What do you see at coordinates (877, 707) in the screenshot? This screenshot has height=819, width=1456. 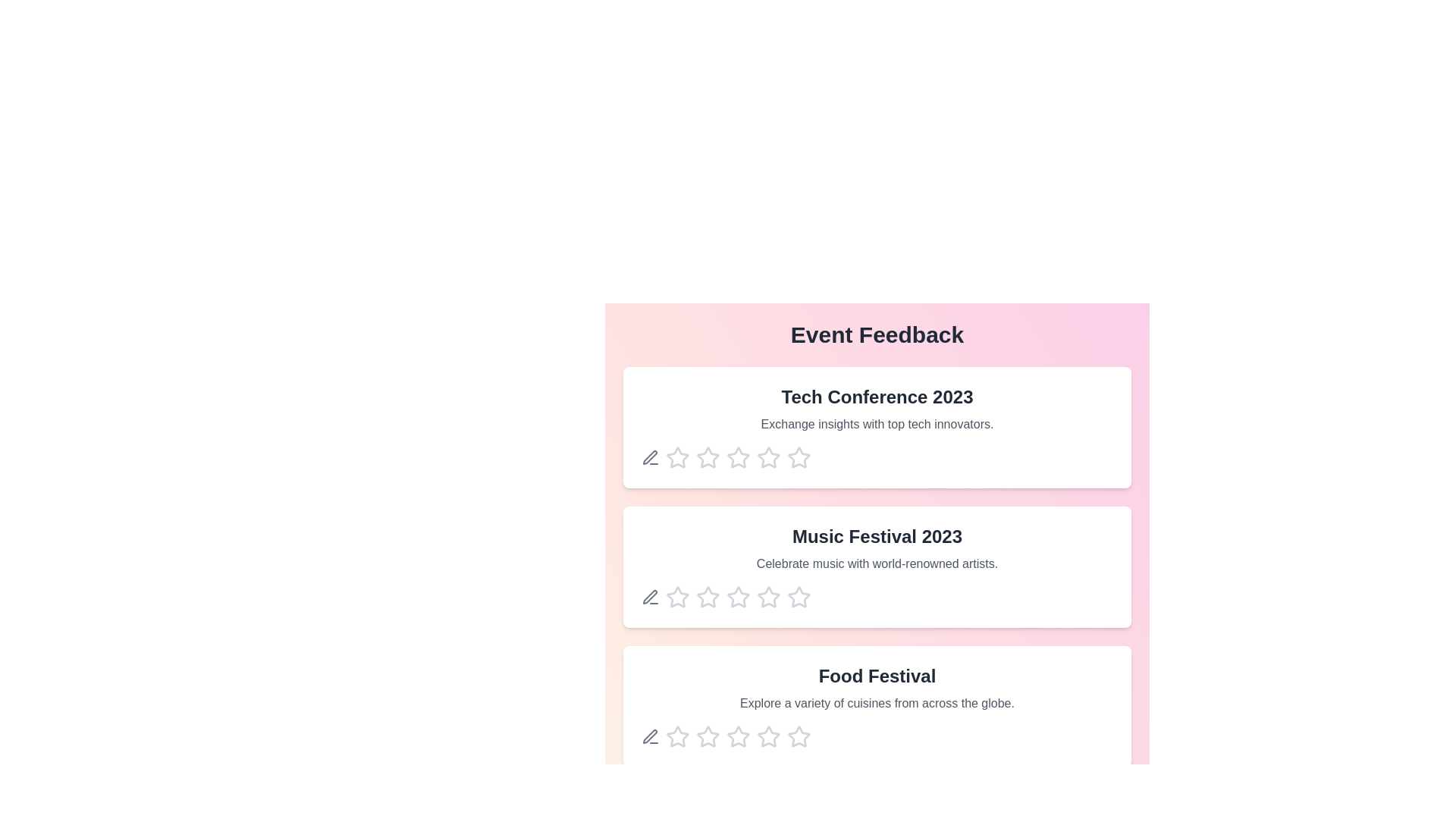 I see `the event card for Food Festival` at bounding box center [877, 707].